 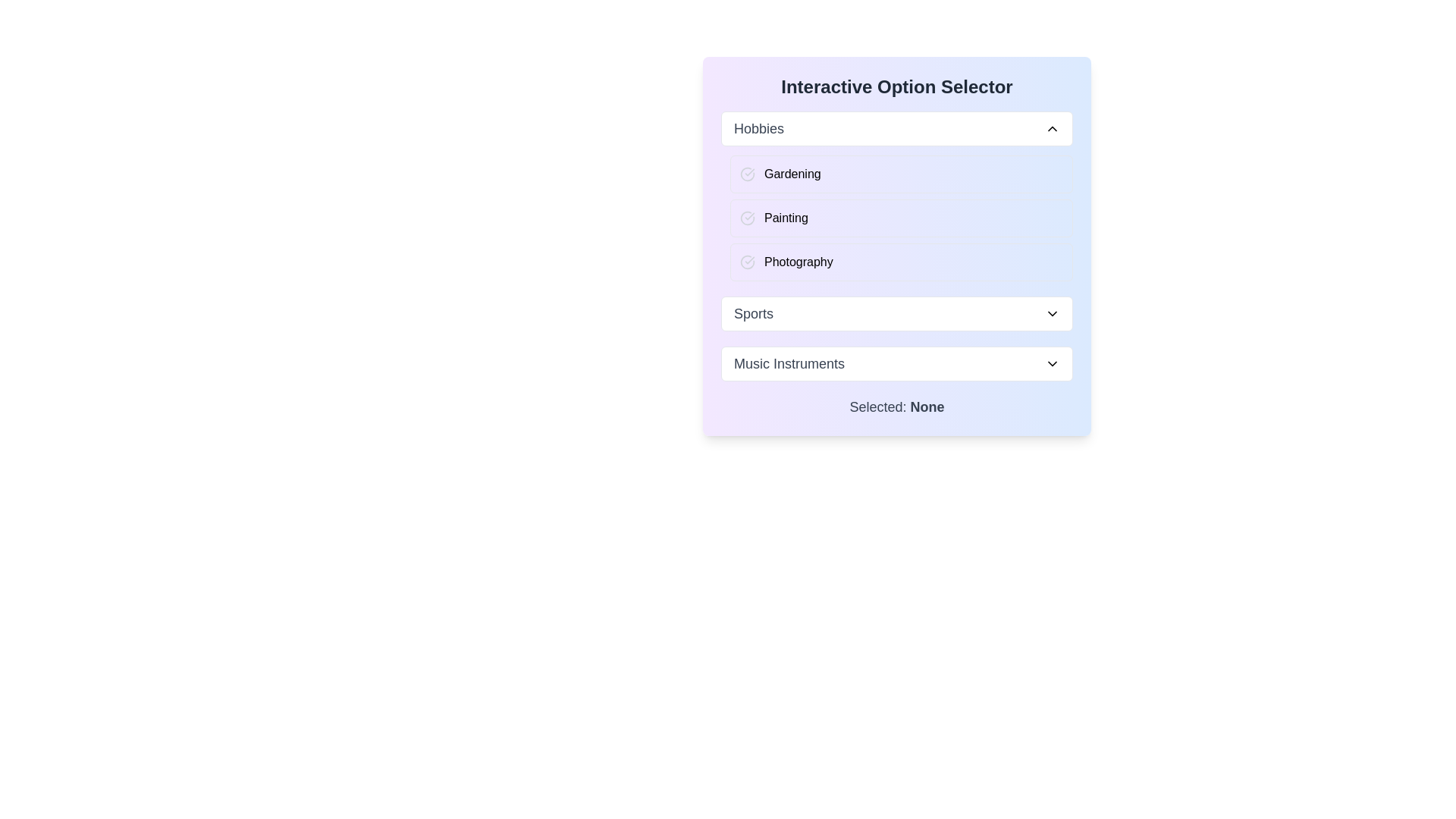 I want to click on the fourth selectable option in the 'Interactive Option Selector' dropdown menu, which is related to 'Sports', so click(x=896, y=312).